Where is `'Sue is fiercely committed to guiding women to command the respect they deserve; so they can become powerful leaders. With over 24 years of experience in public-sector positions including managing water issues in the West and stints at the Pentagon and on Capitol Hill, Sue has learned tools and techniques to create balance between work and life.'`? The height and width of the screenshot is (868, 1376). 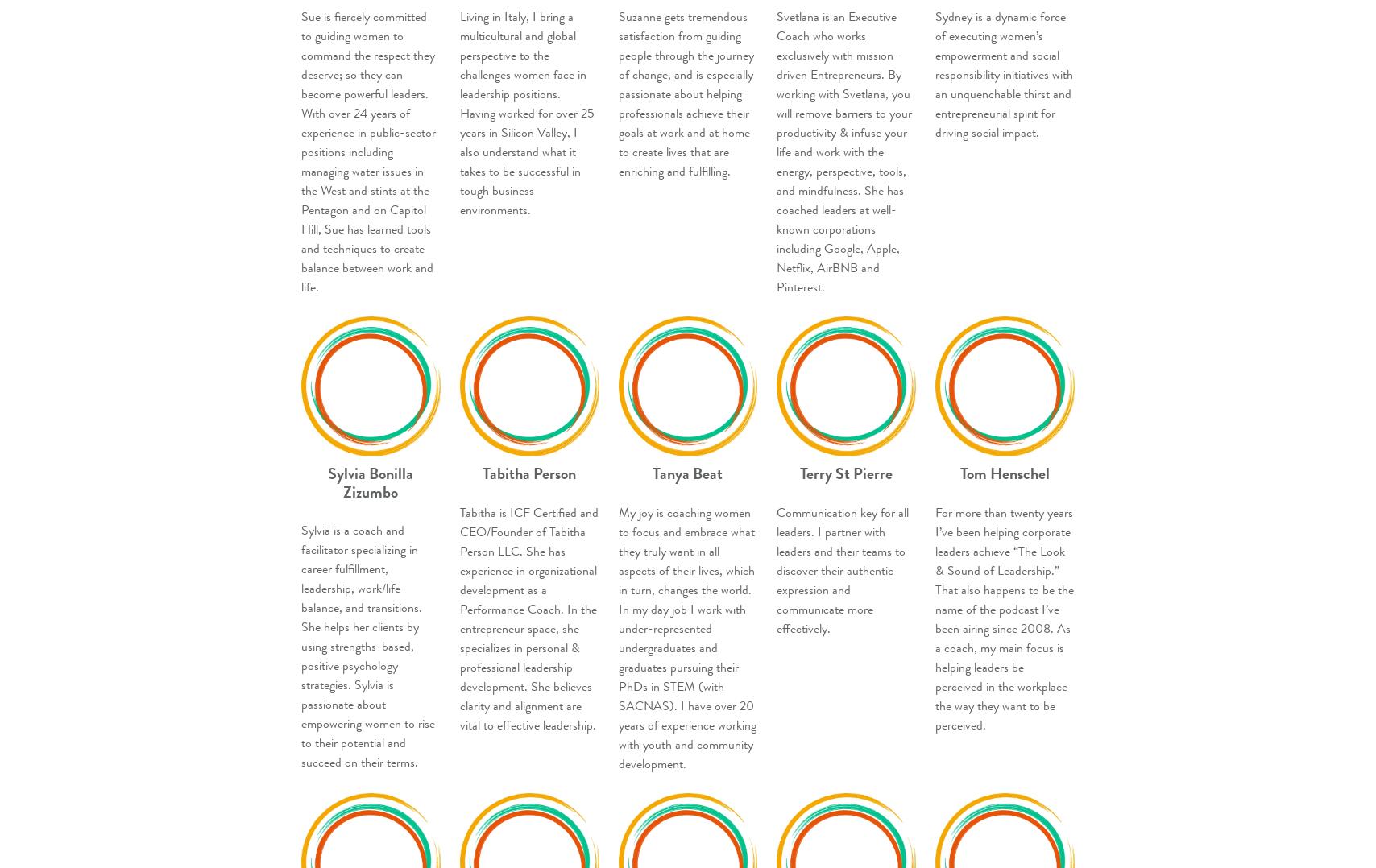 'Sue is fiercely committed to guiding women to command the respect they deserve; so they can become powerful leaders. With over 24 years of experience in public-sector positions including managing water issues in the West and stints at the Pentagon and on Capitol Hill, Sue has learned tools and techniques to create balance between work and life.' is located at coordinates (368, 151).